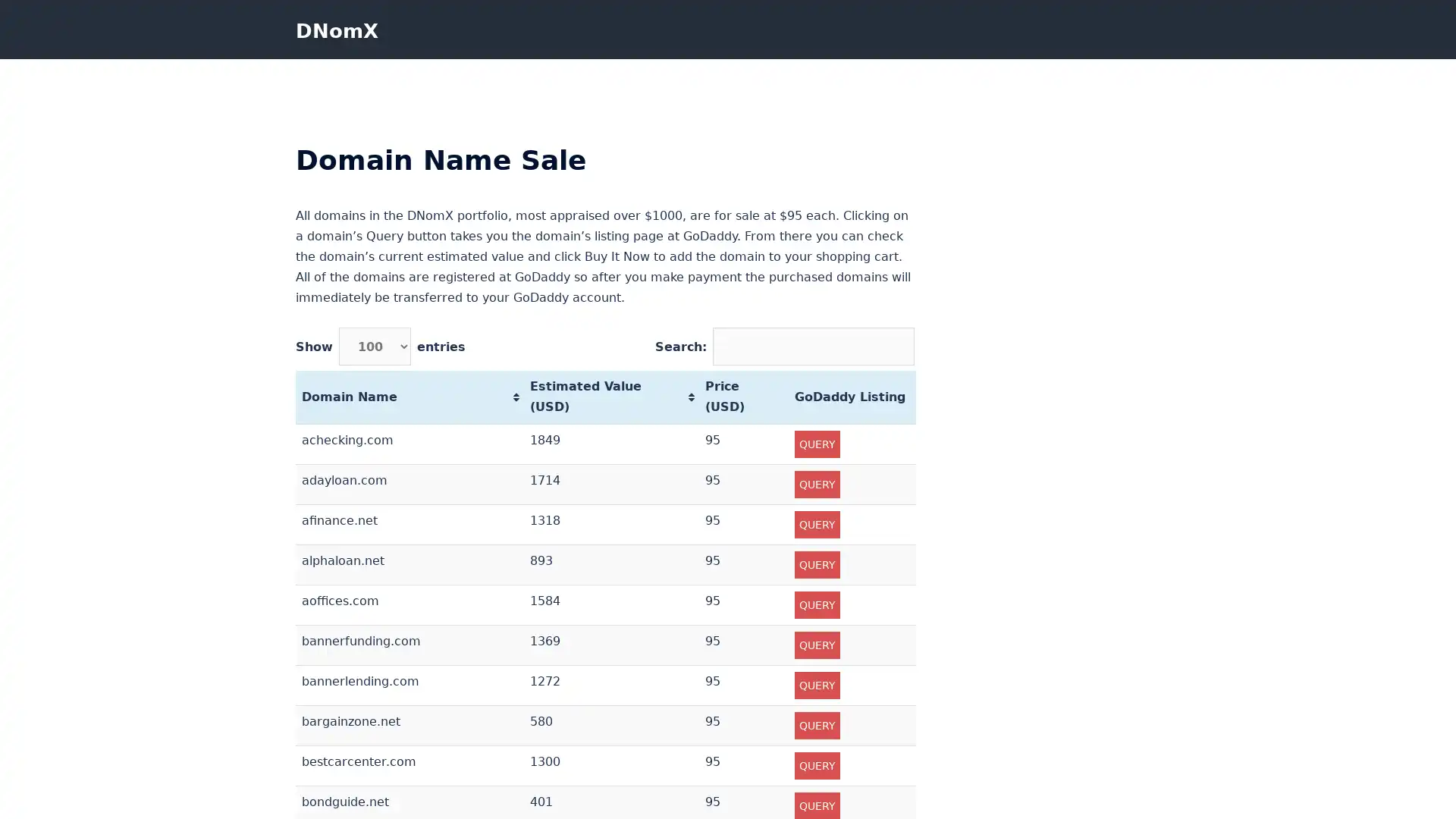  I want to click on QUERY, so click(815, 444).